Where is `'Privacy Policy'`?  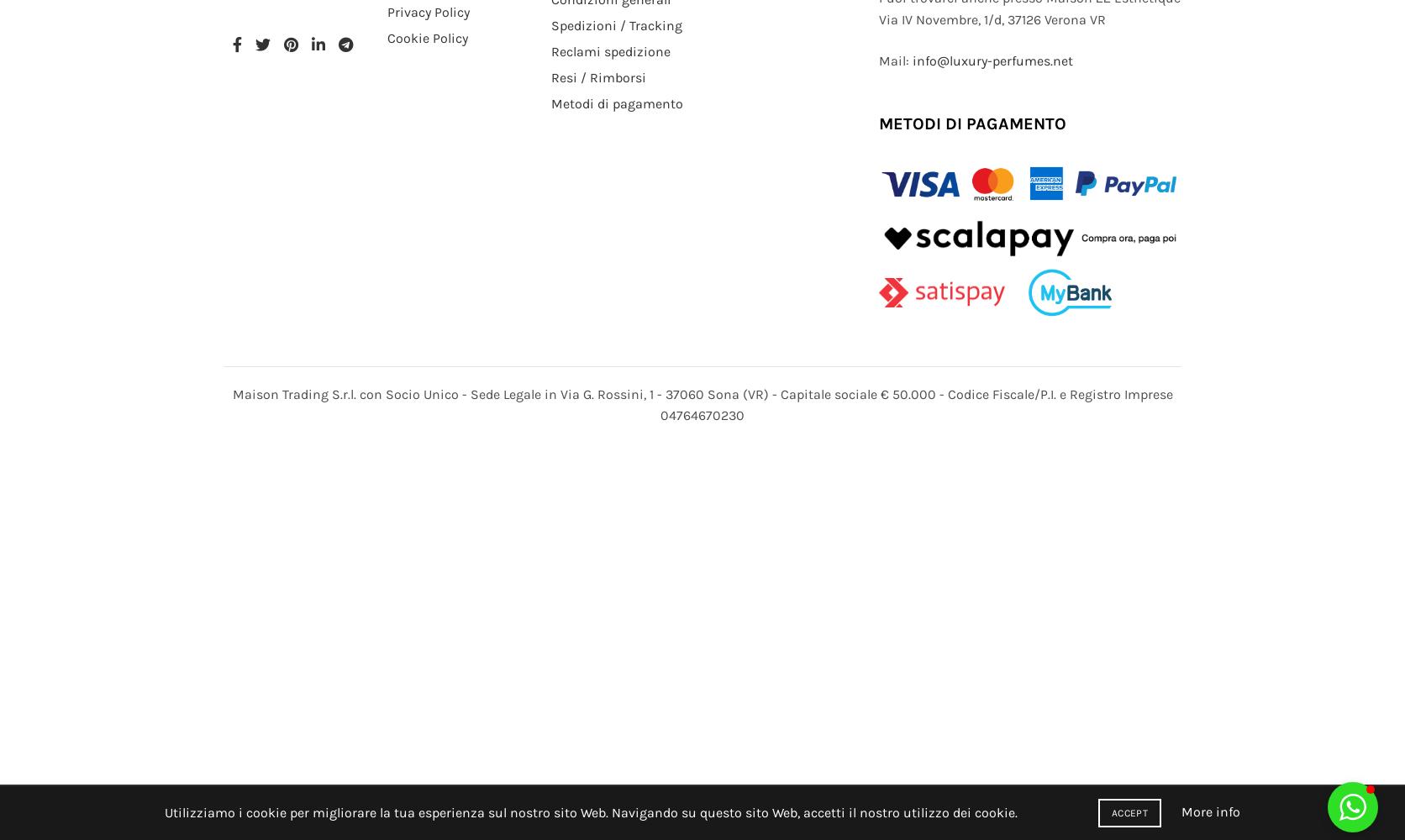
'Privacy Policy' is located at coordinates (428, 12).